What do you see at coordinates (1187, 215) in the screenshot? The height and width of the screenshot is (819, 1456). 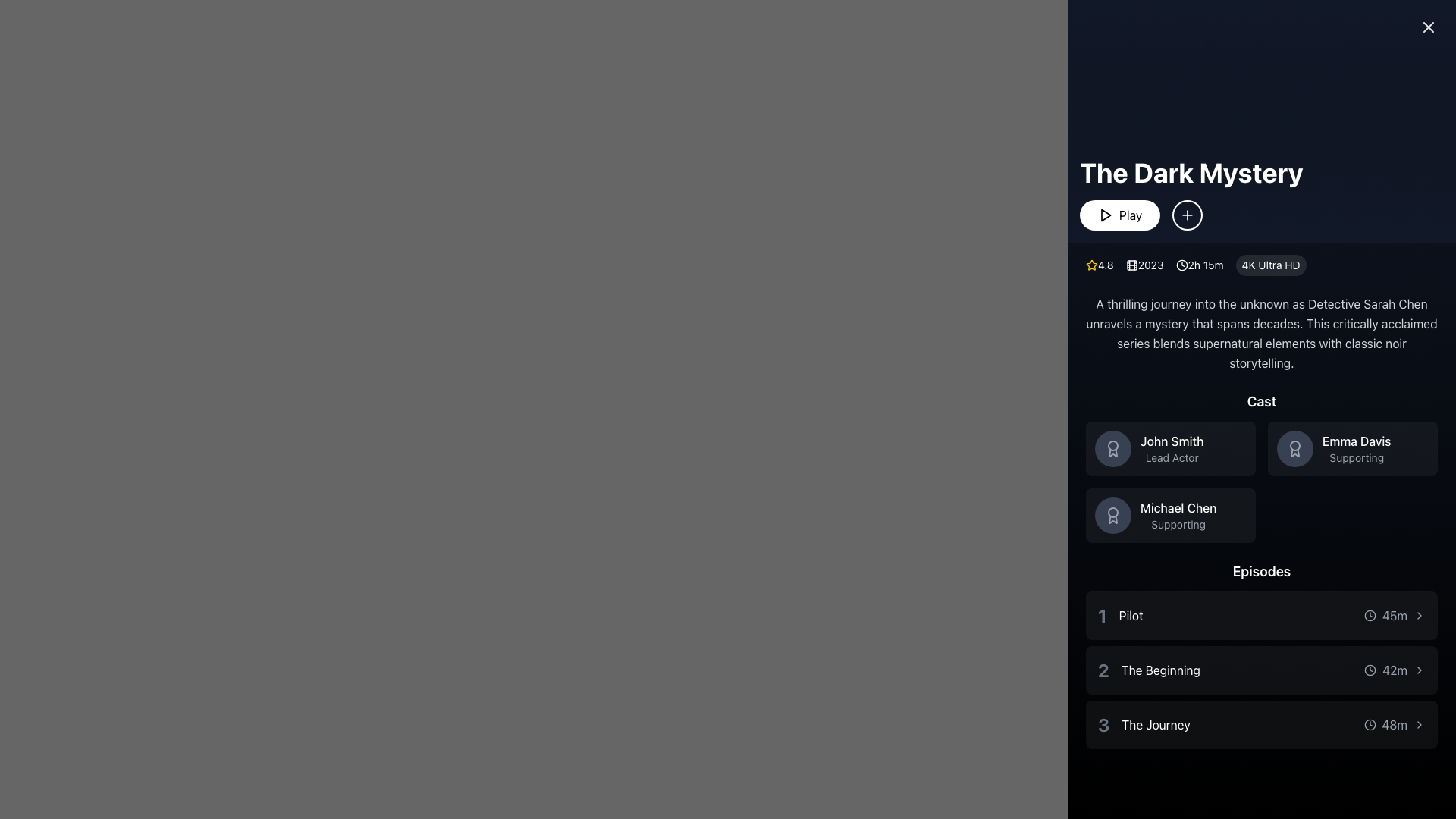 I see `the button located directly to the right of the 'Play' button, which adds the associated item to a favorites list or watchlist` at bounding box center [1187, 215].